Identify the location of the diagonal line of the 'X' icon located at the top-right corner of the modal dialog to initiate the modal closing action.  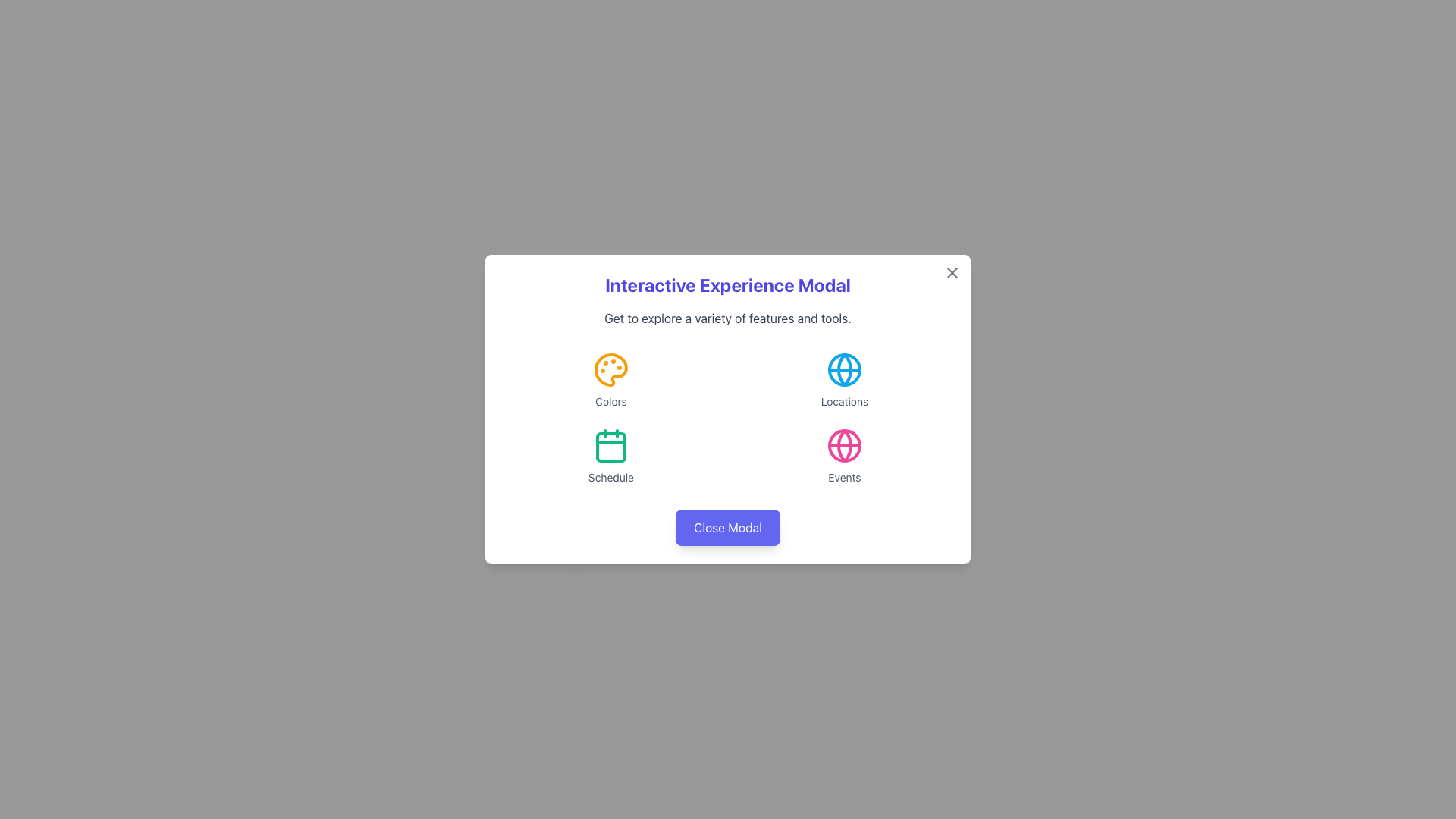
(952, 271).